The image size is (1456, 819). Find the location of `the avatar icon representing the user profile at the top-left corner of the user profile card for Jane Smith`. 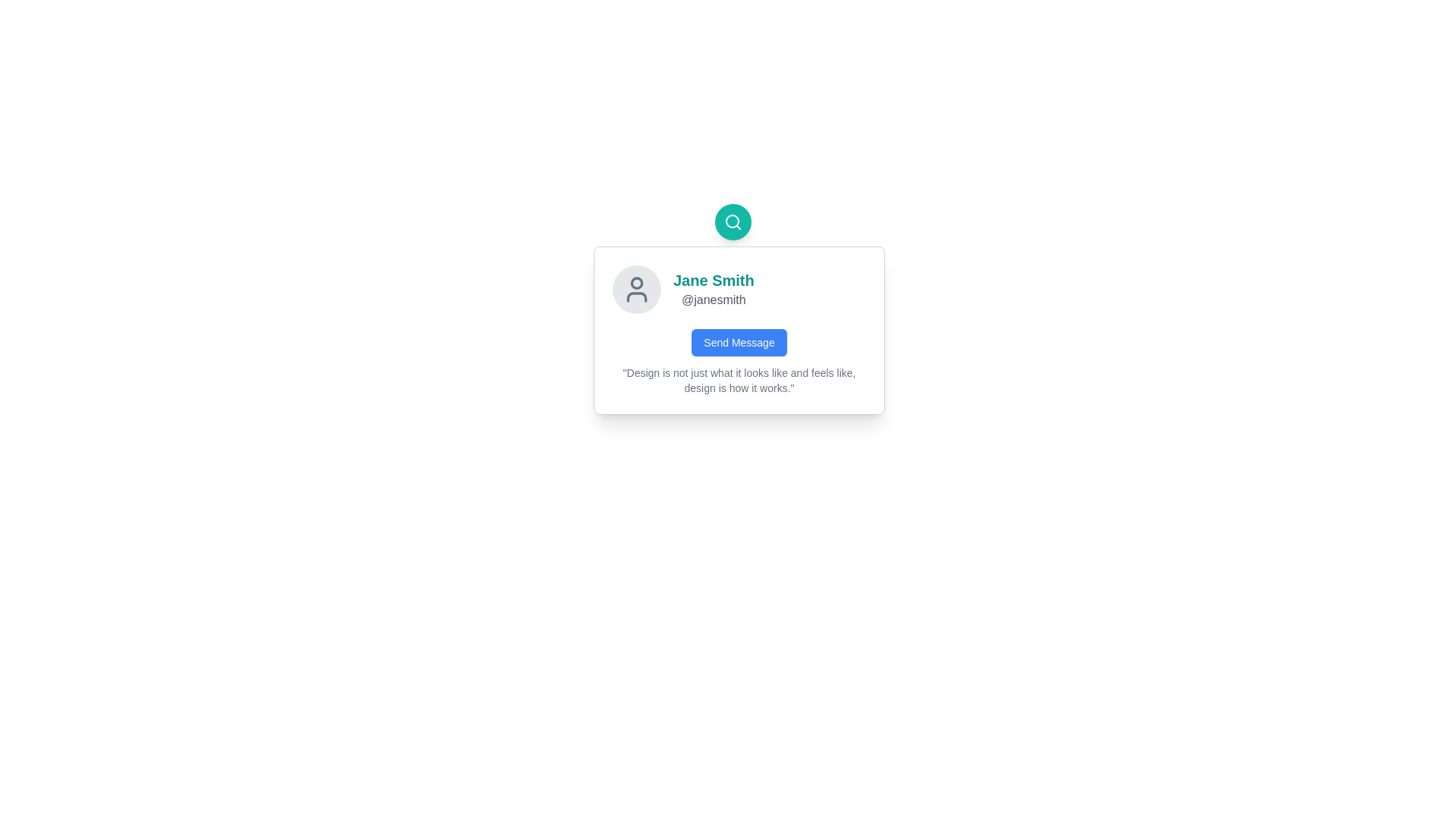

the avatar icon representing the user profile at the top-left corner of the user profile card for Jane Smith is located at coordinates (637, 289).